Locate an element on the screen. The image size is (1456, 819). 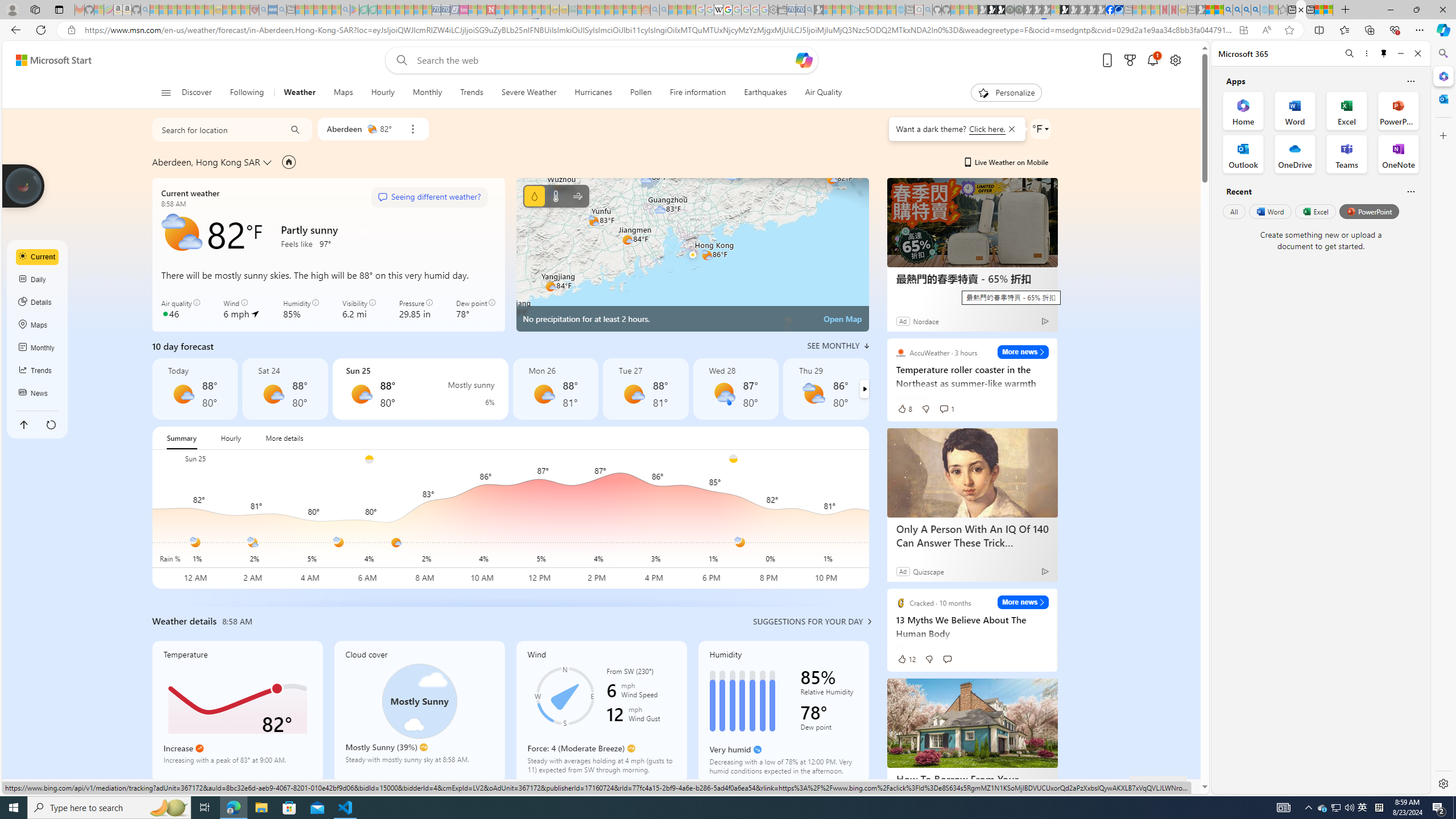
'Enter your search term' is located at coordinates (603, 59).